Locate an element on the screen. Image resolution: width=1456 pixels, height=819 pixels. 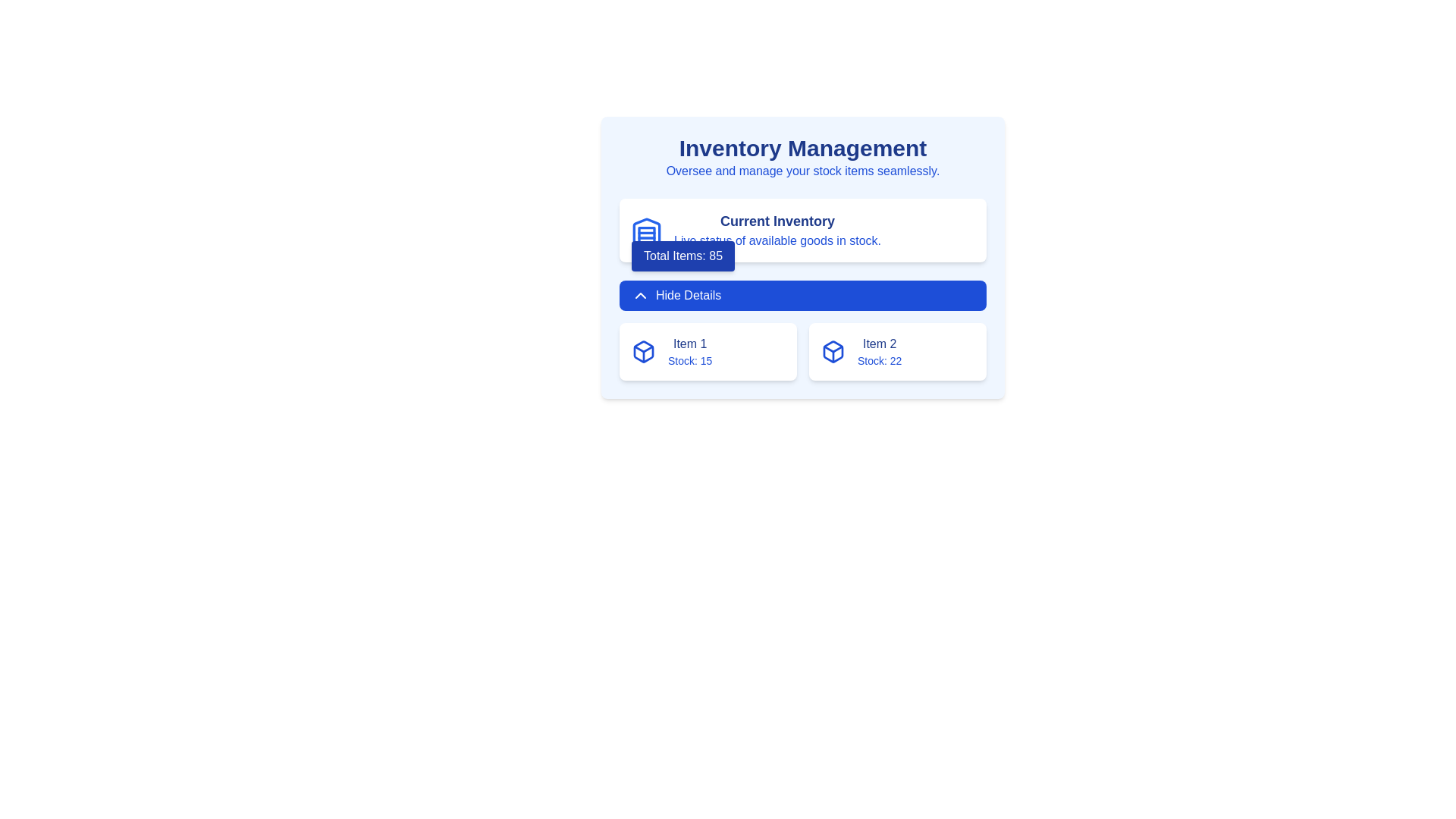
the text element displaying 'Current Inventory' in a blue bold font, located at the top of the 'Inventory Management' card is located at coordinates (777, 221).